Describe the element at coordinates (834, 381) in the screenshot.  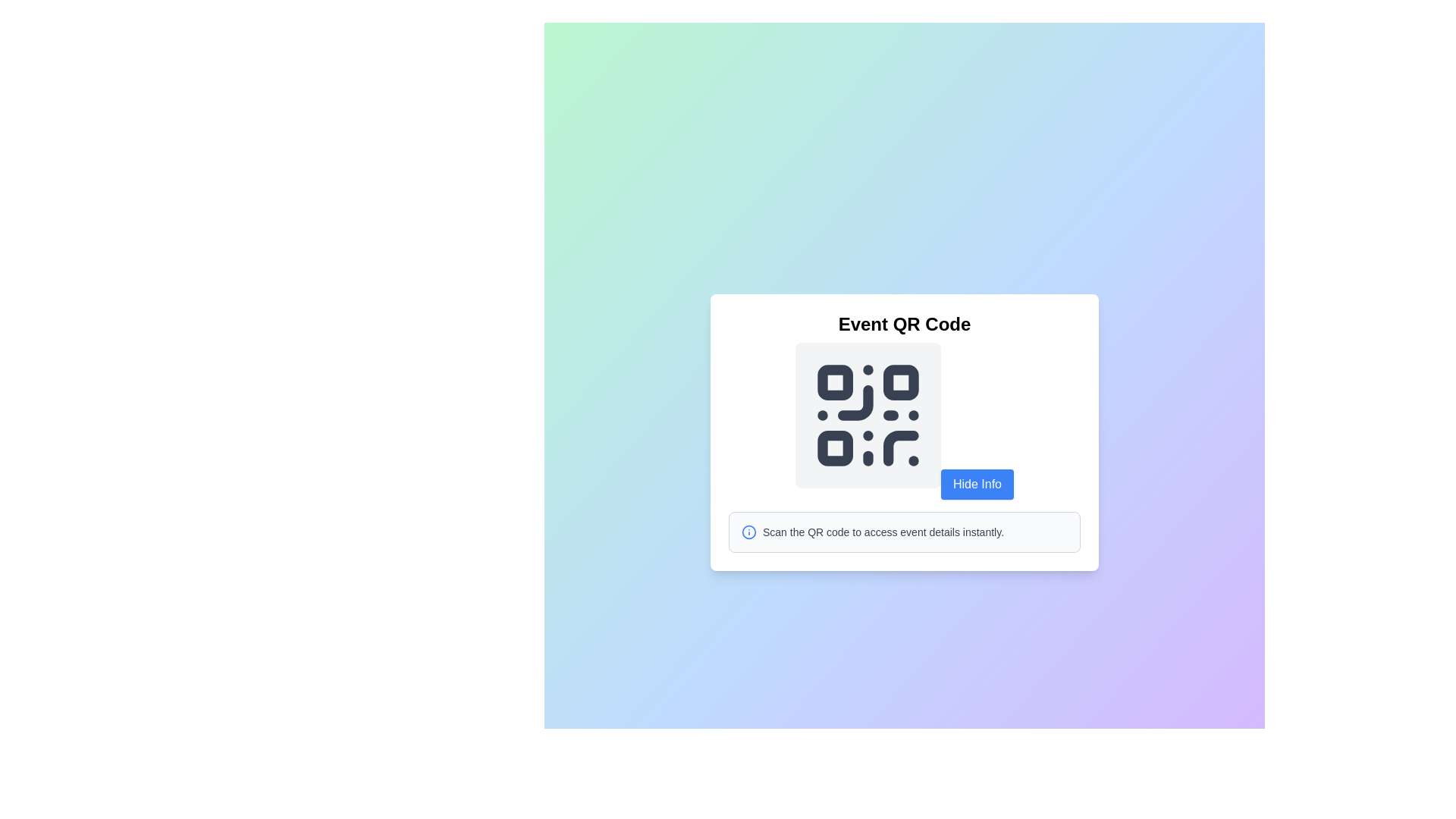
I see `the small square-shaped Graphical QR code module with rounded corners located in the top-left corner of the QR code design matrix` at that location.